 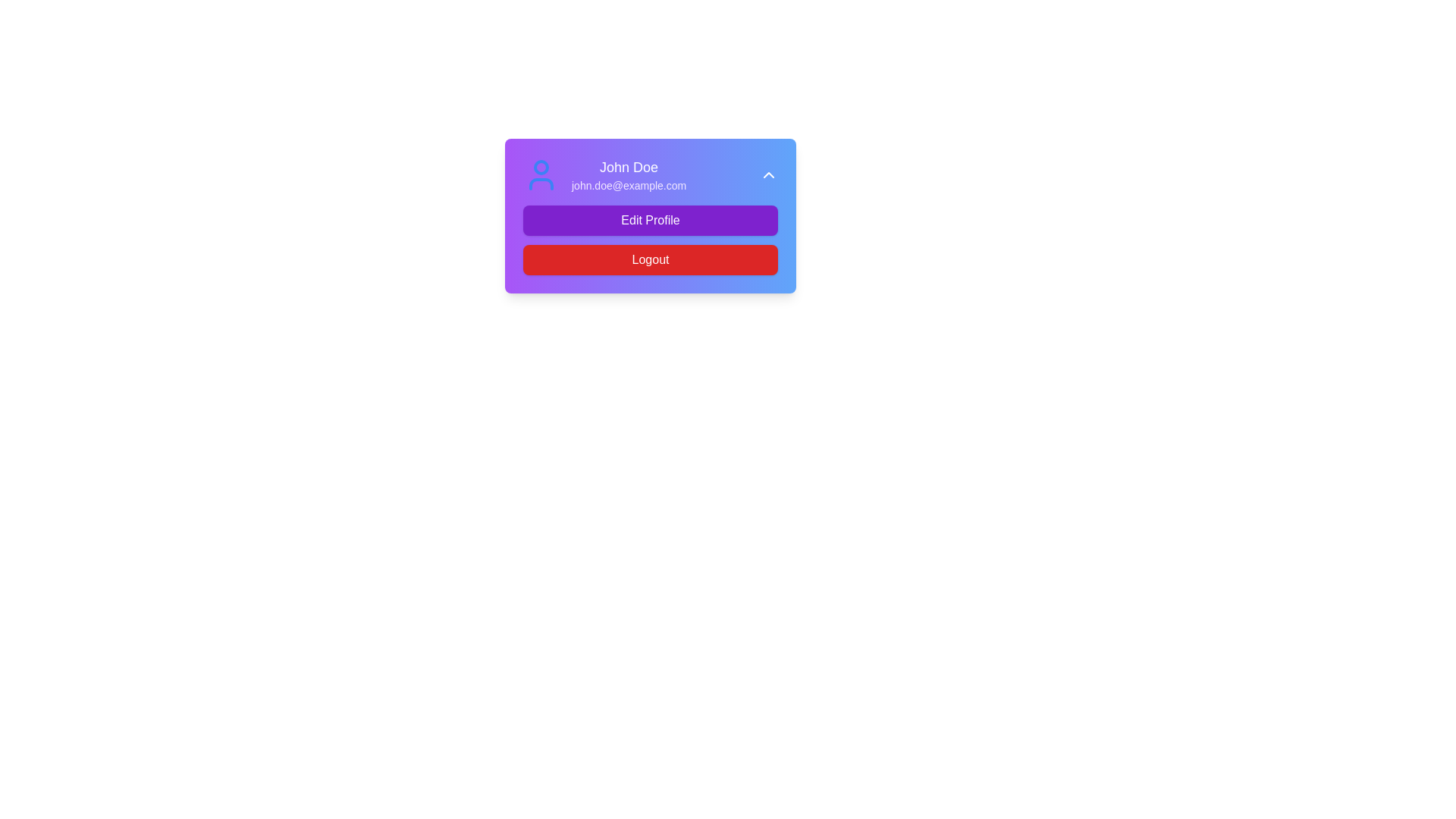 What do you see at coordinates (541, 167) in the screenshot?
I see `SVG circle element with a blue border located within the user profile icon in the top-left corner of the dropdown card for debugging purposes` at bounding box center [541, 167].